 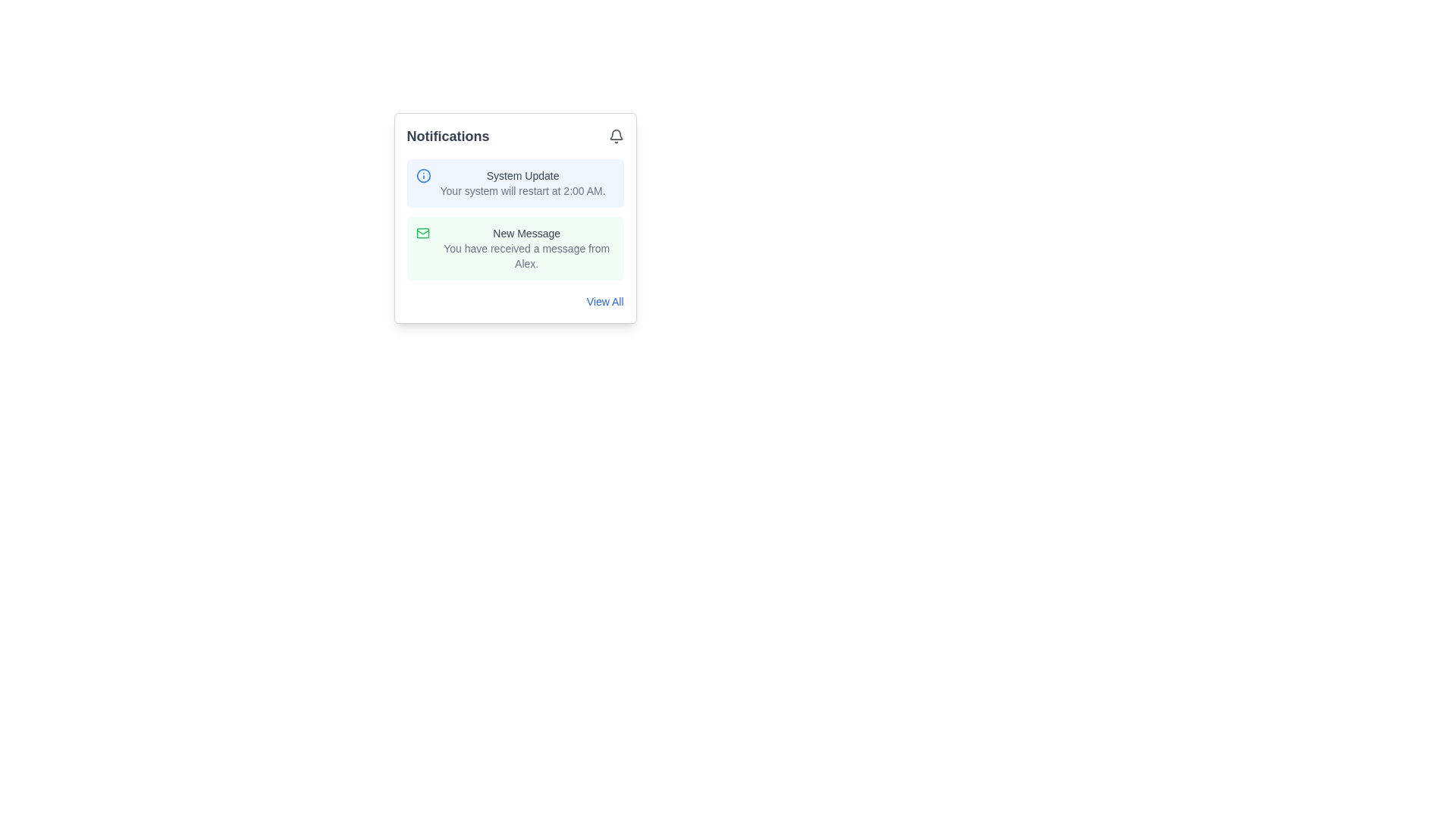 What do you see at coordinates (515, 183) in the screenshot?
I see `the Notification card that informs the user about a scheduled system restart, which is the topmost card in the vertical list of notifications` at bounding box center [515, 183].